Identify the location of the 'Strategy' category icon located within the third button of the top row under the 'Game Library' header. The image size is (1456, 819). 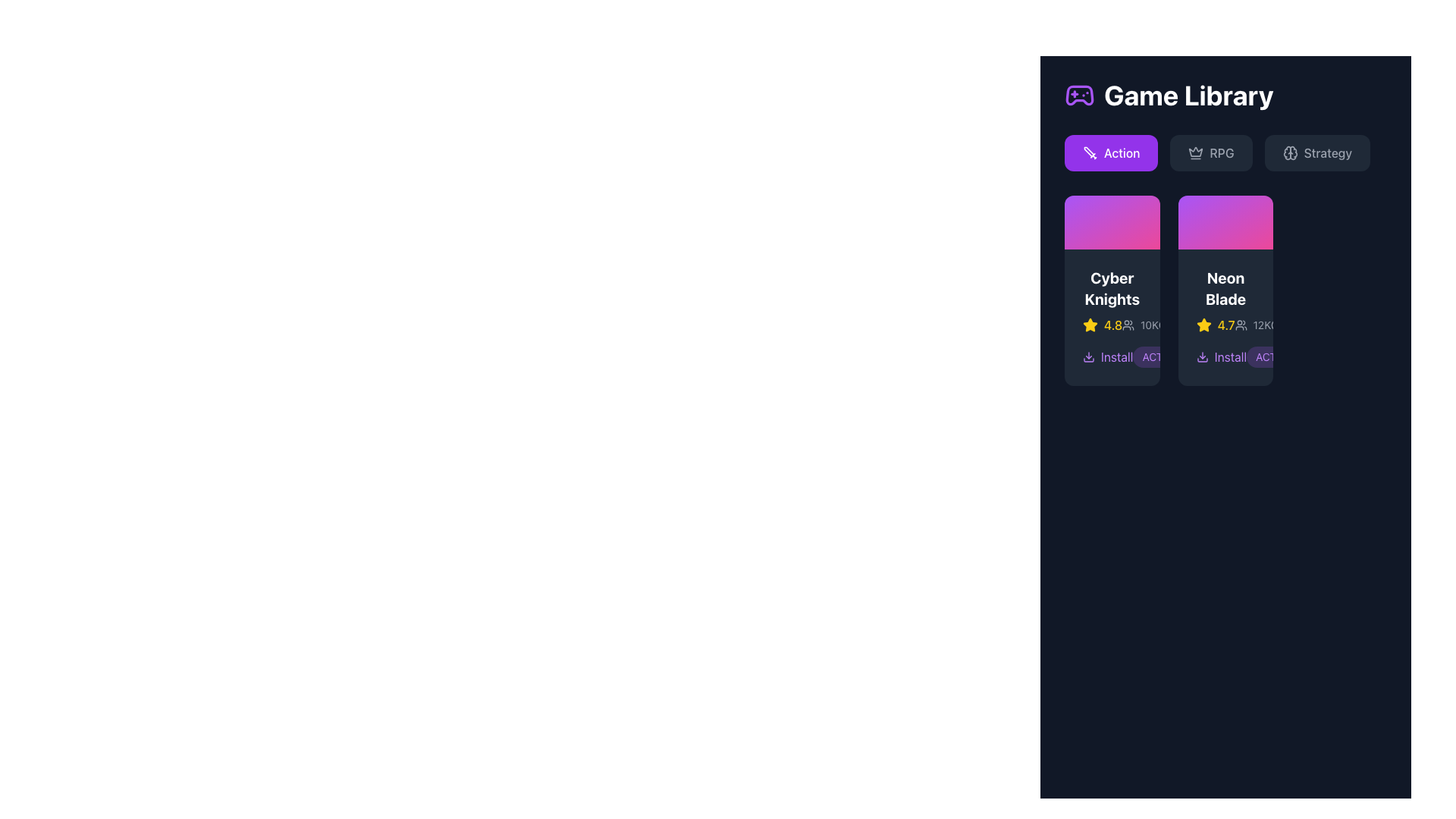
(1289, 152).